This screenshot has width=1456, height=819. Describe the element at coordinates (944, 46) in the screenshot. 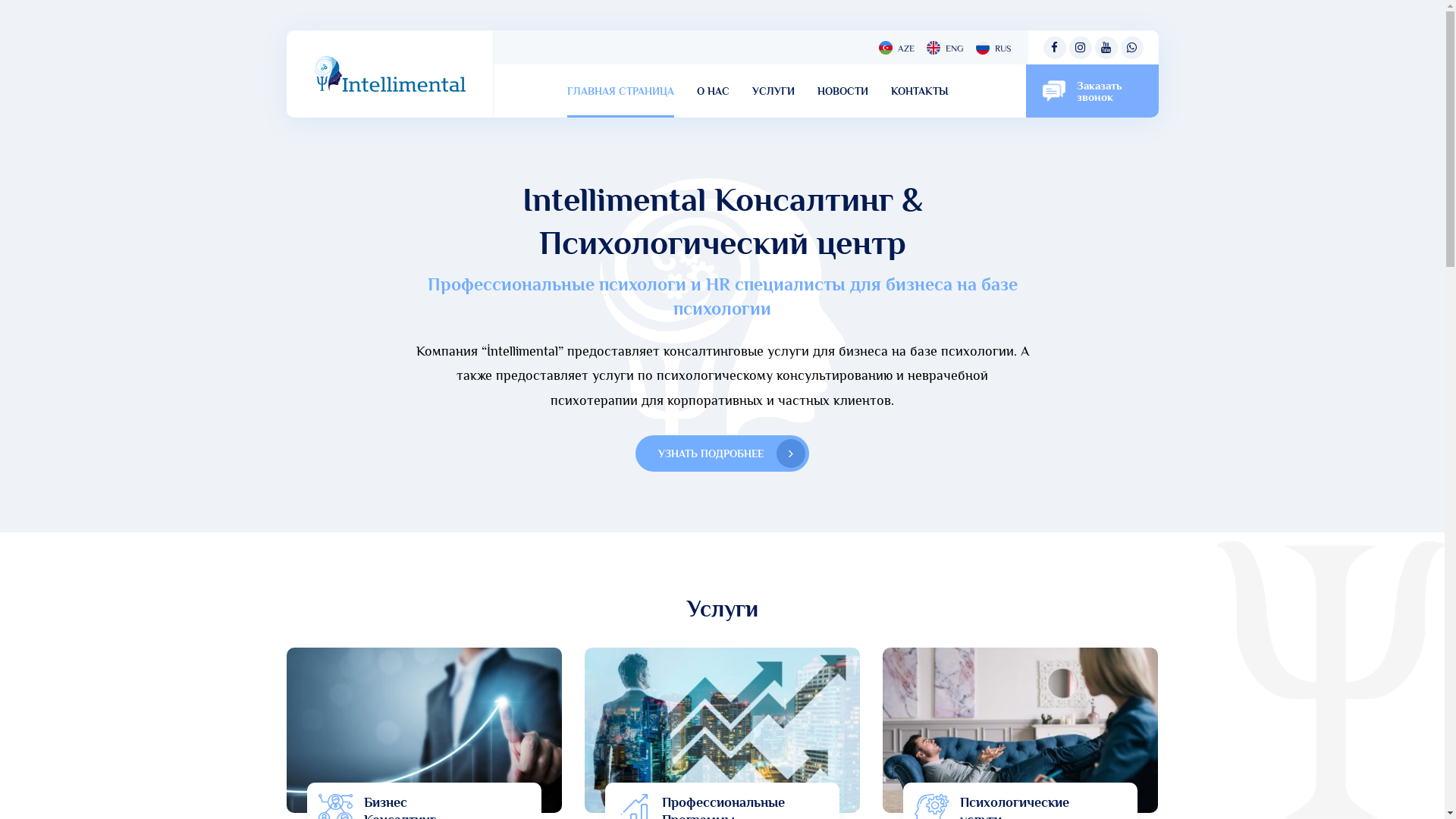

I see `'ENG'` at that location.